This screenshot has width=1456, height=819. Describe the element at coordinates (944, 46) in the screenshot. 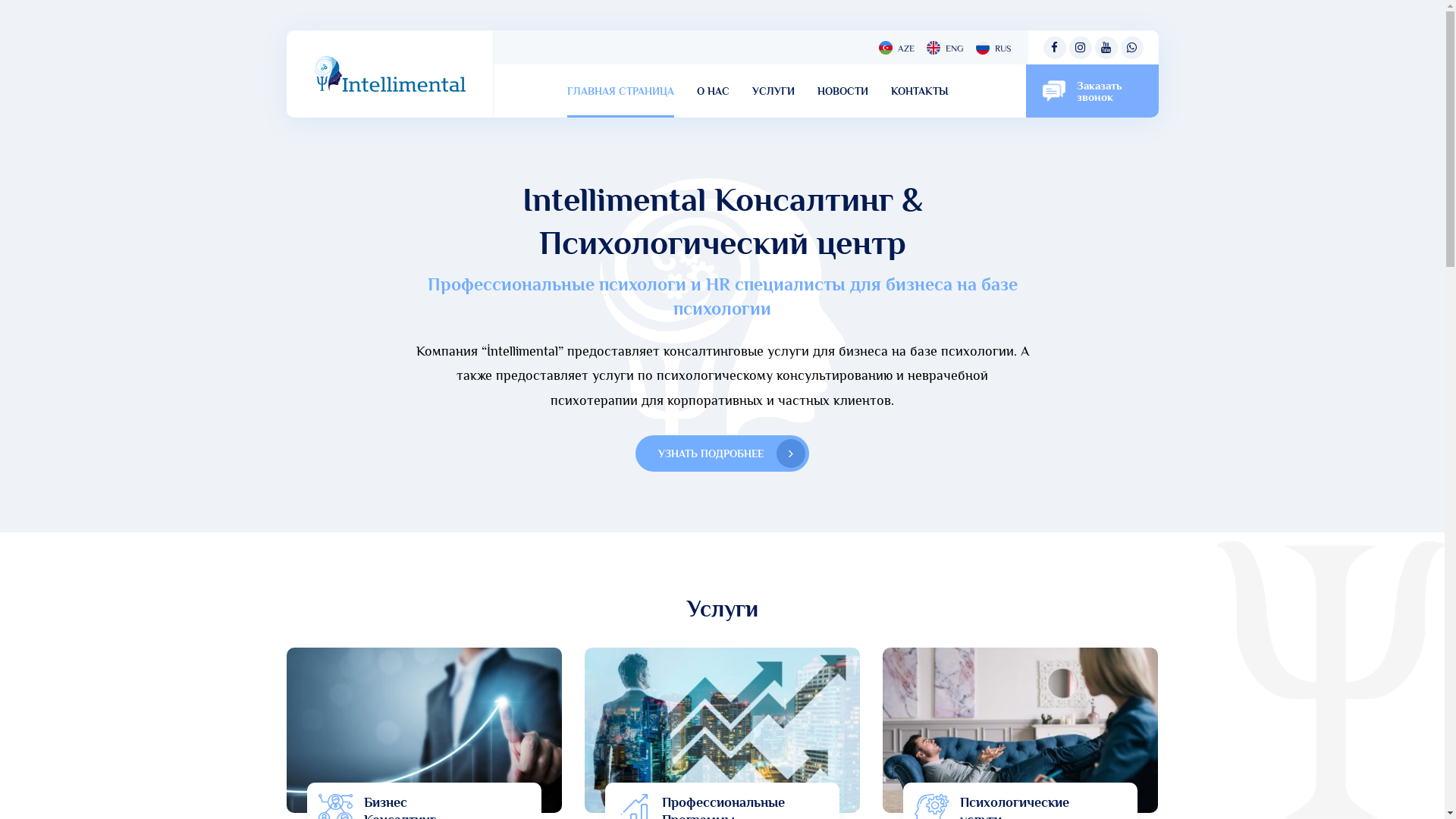

I see `'ENG'` at that location.